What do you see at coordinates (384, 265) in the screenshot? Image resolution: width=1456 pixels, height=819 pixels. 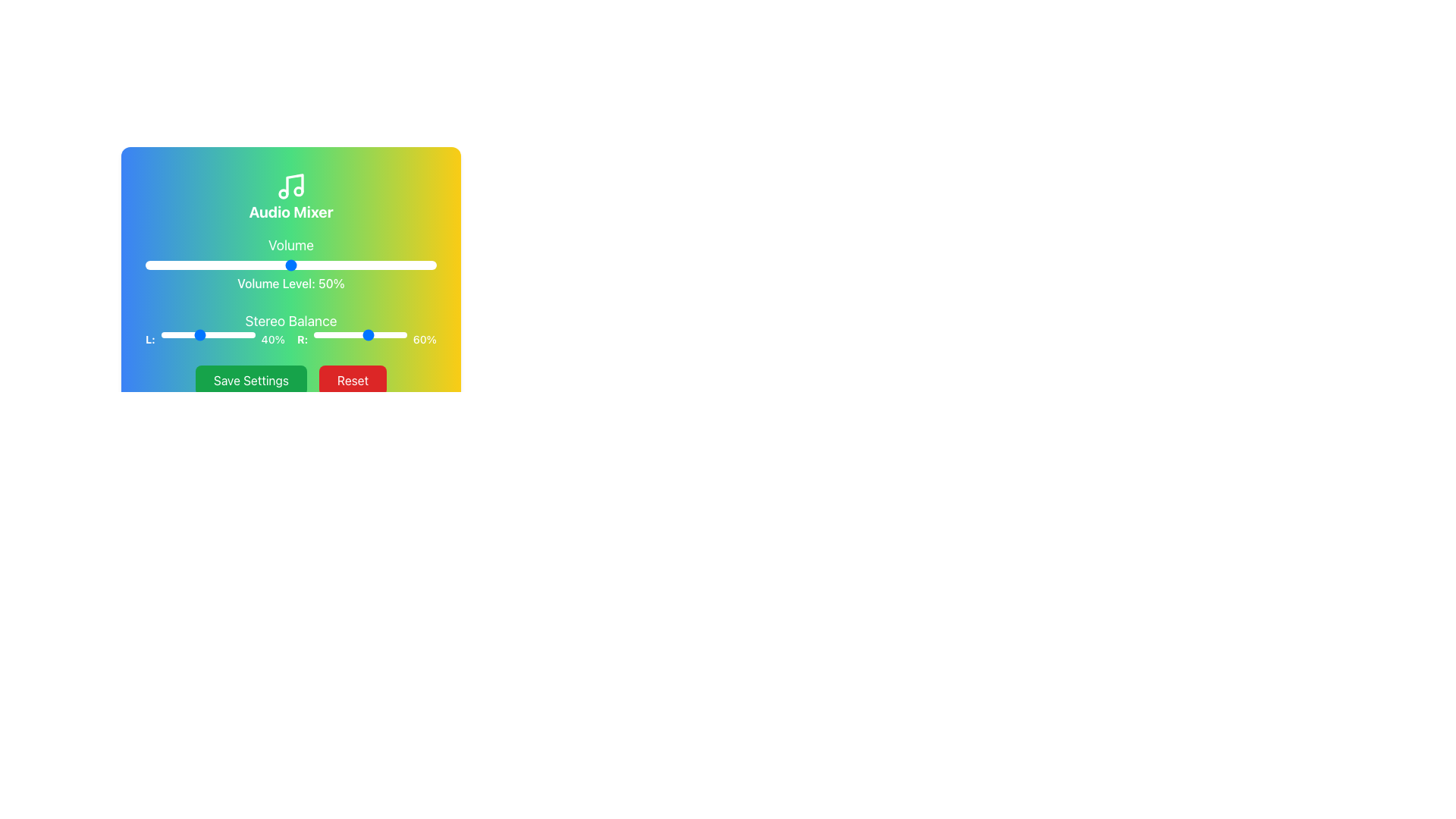 I see `the volume` at bounding box center [384, 265].